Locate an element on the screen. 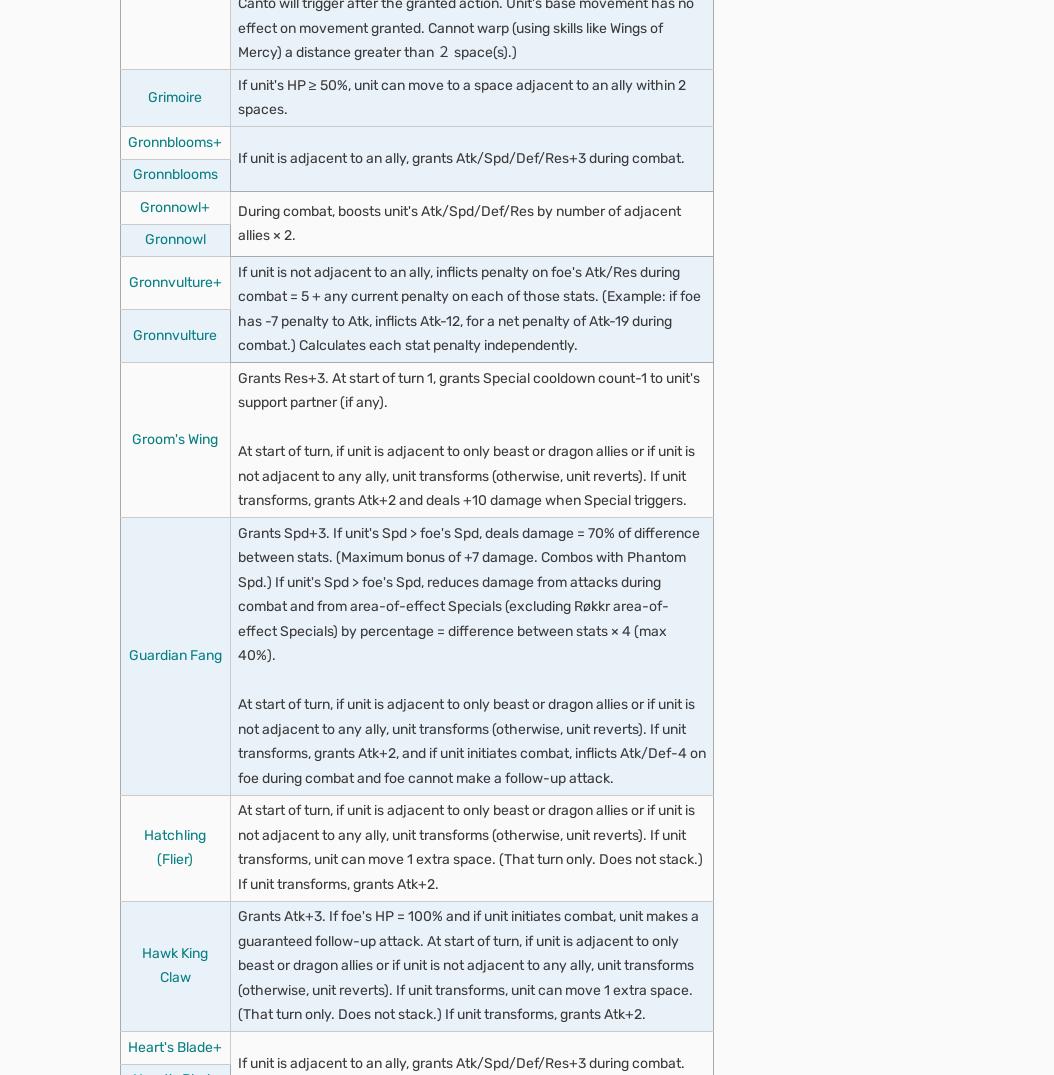  'Careers' is located at coordinates (83, 208).